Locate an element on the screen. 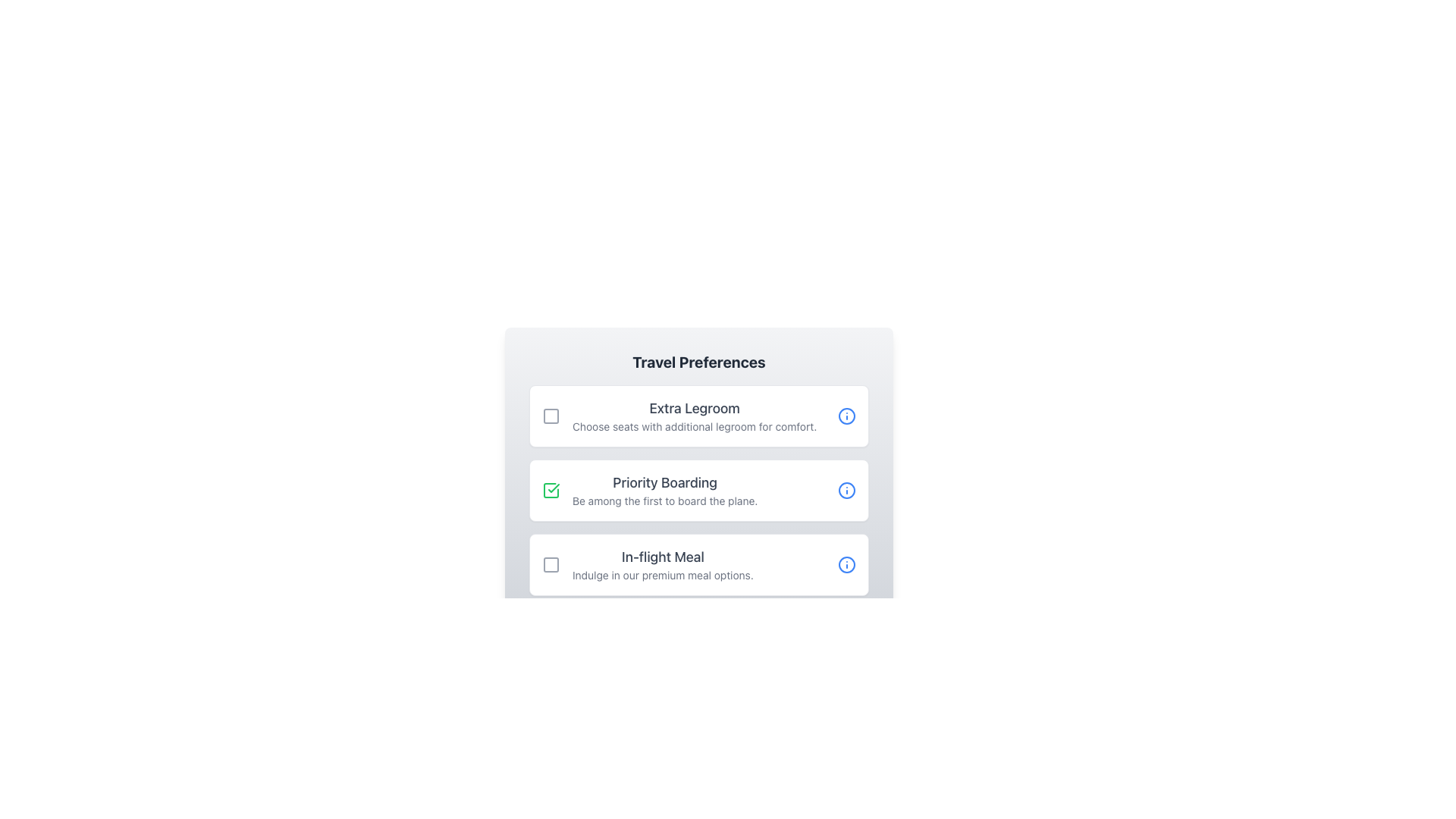  the checkbox in the 'In-flight Meal' option, which is part of a rectangular interactive element containing a title and an information icon, located at the bottom of the options list is located at coordinates (698, 564).